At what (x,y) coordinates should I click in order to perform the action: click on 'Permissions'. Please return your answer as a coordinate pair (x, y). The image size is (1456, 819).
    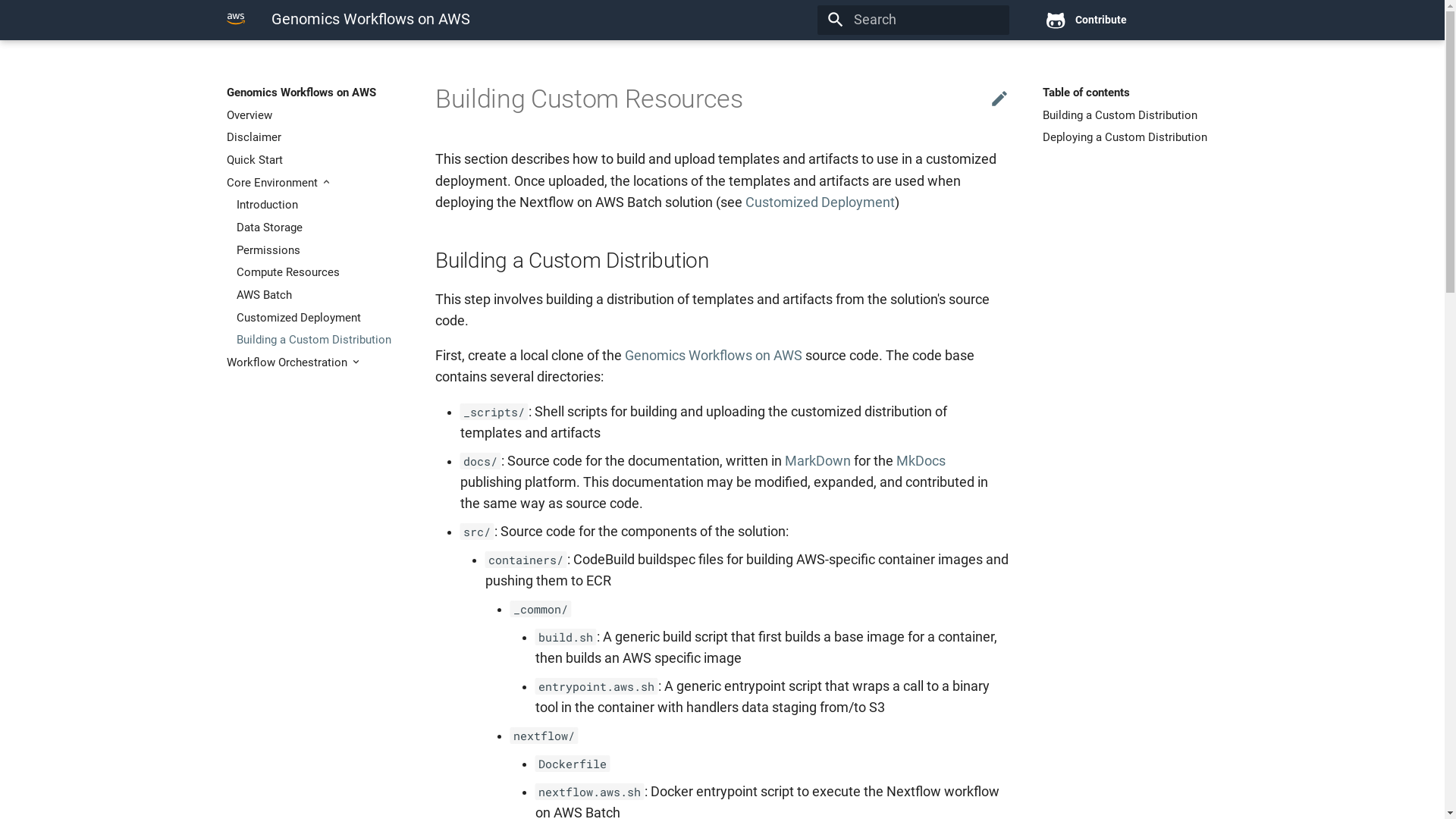
    Looking at the image, I should click on (236, 249).